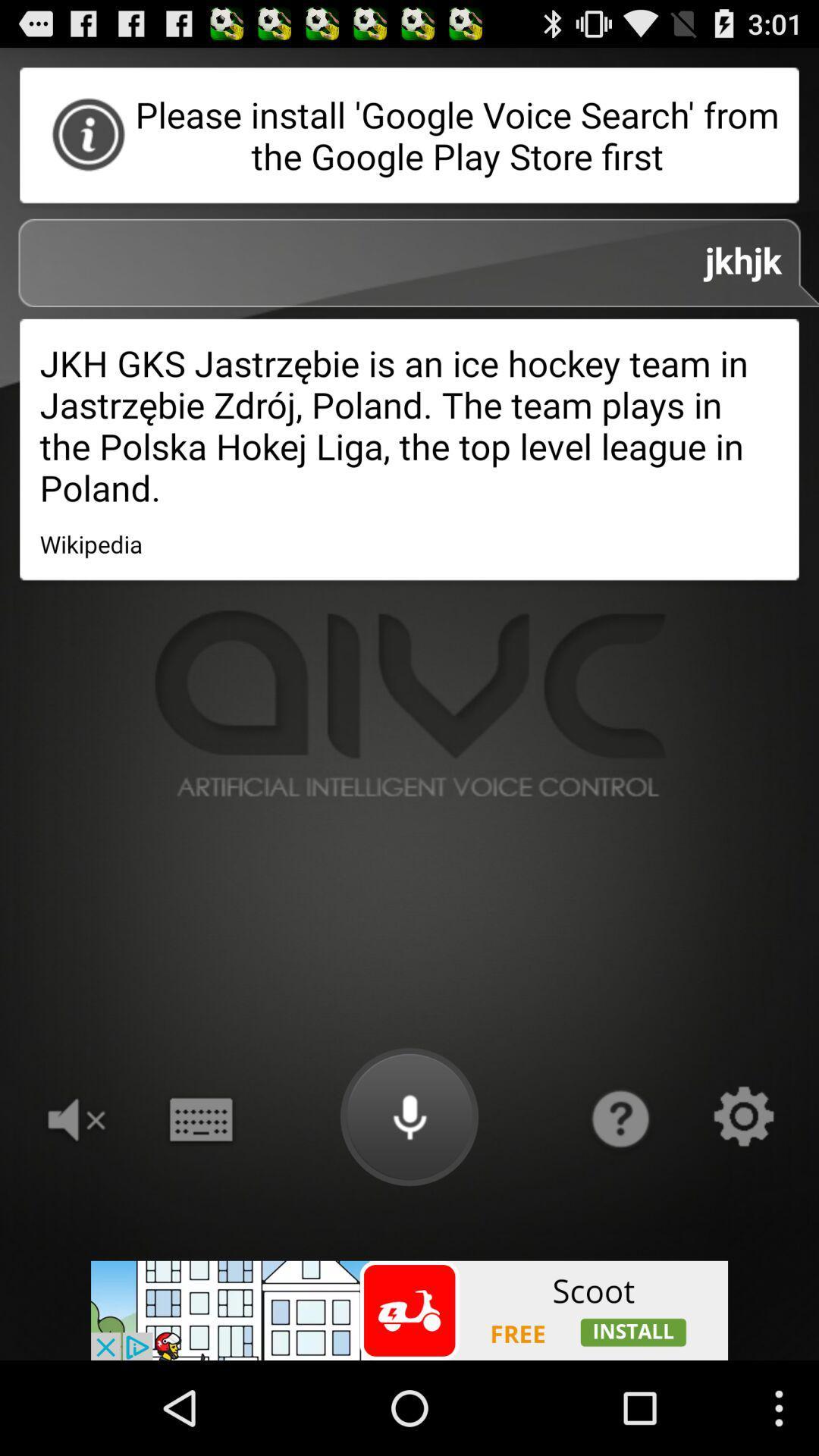  I want to click on the date_range icon, so click(199, 1194).